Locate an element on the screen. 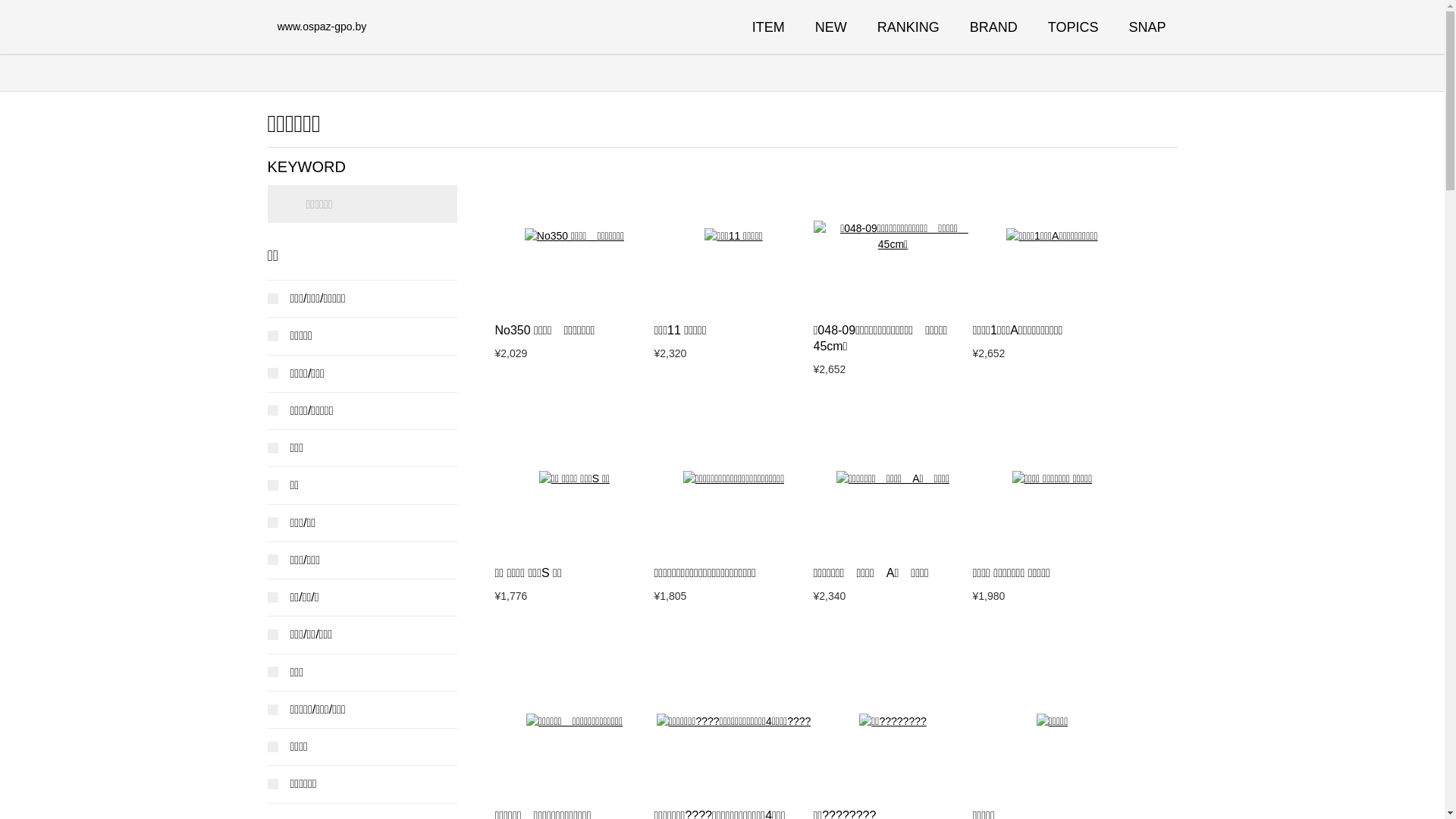 The image size is (1456, 819). 'ITEM' is located at coordinates (768, 27).